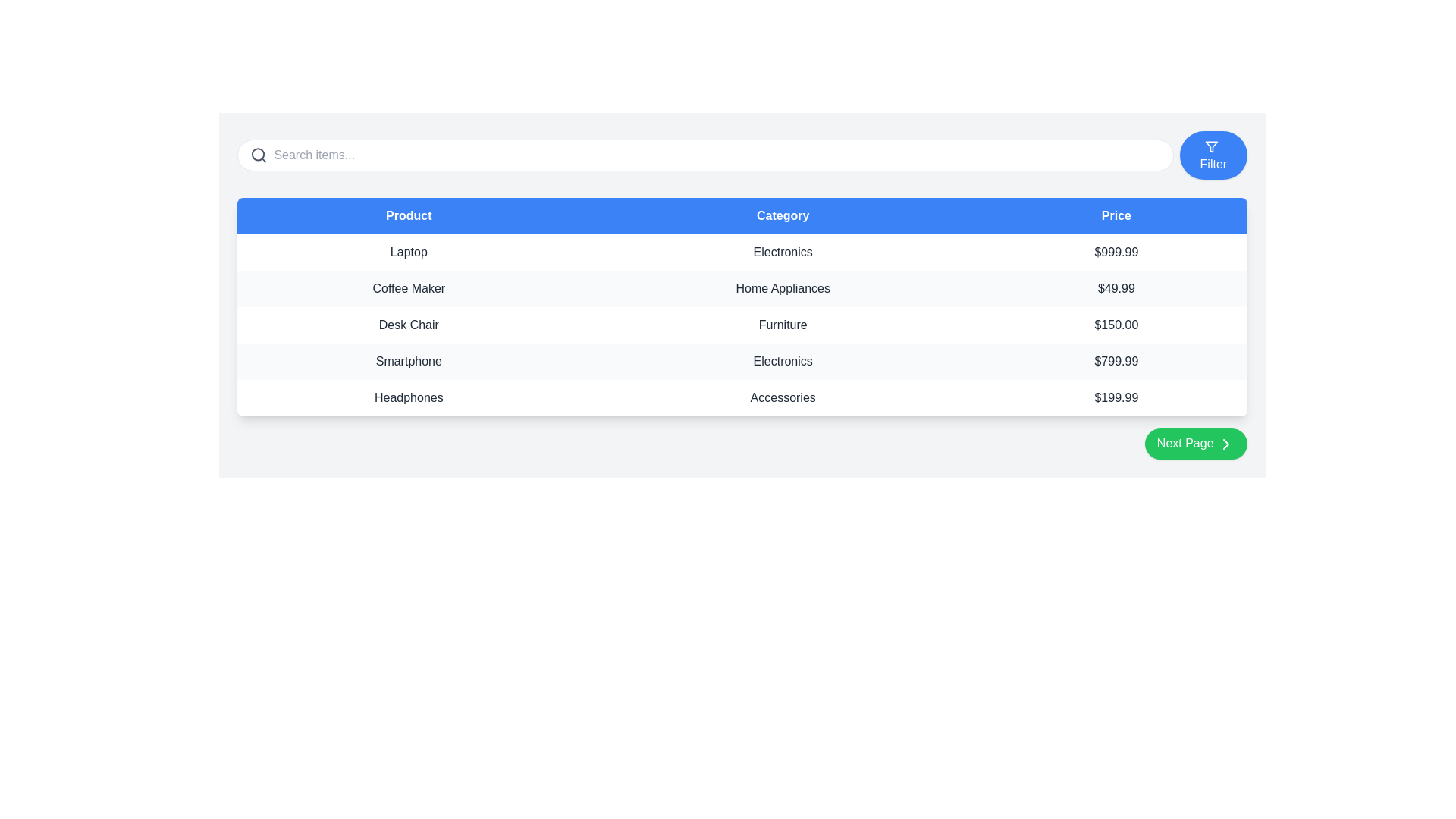  I want to click on the static text element displaying the price '$150.00' for the 'Desk Chair' located in the third row of the table under the 'Price' column, so click(1116, 324).